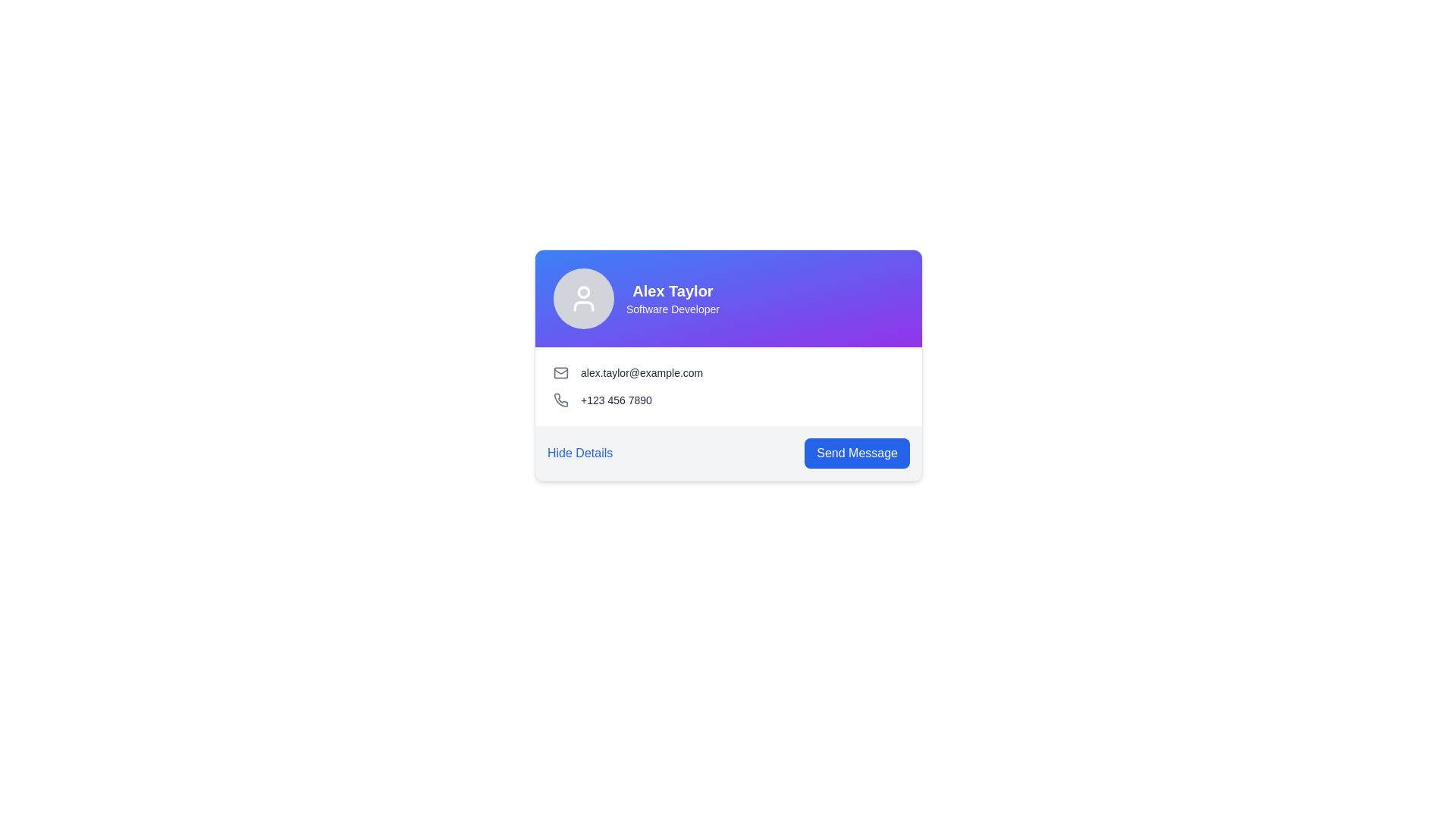 The height and width of the screenshot is (819, 1456). What do you see at coordinates (560, 400) in the screenshot?
I see `the phone number icon which serves as a symbolic representation of a phone number and is non-interactive, located on the left within a horizontal group of components` at bounding box center [560, 400].